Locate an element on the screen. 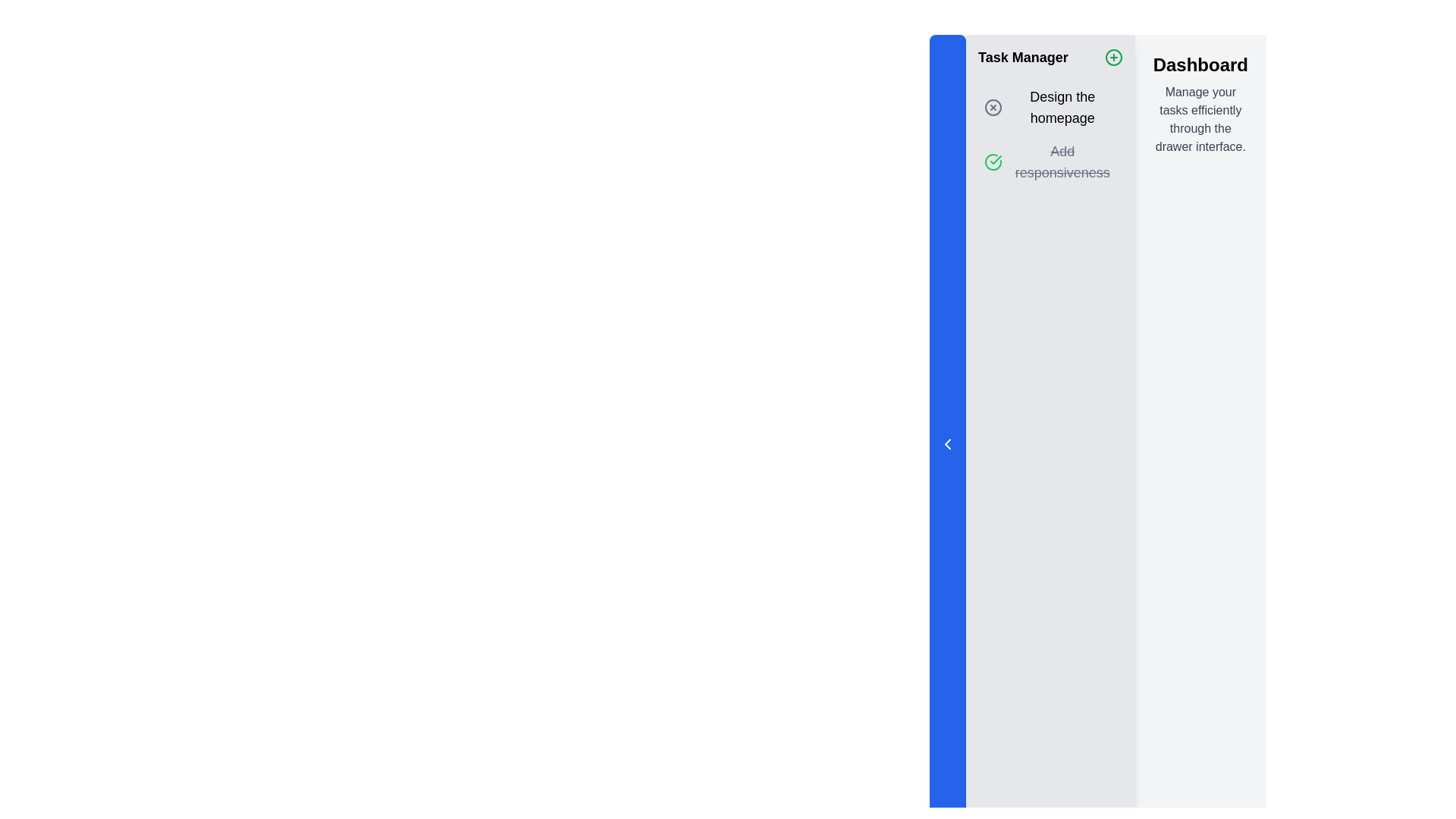  the 'Add Task' button located in the header section of the 'Task Manager' panel, aligned to the right side next to the panel title is located at coordinates (1113, 57).